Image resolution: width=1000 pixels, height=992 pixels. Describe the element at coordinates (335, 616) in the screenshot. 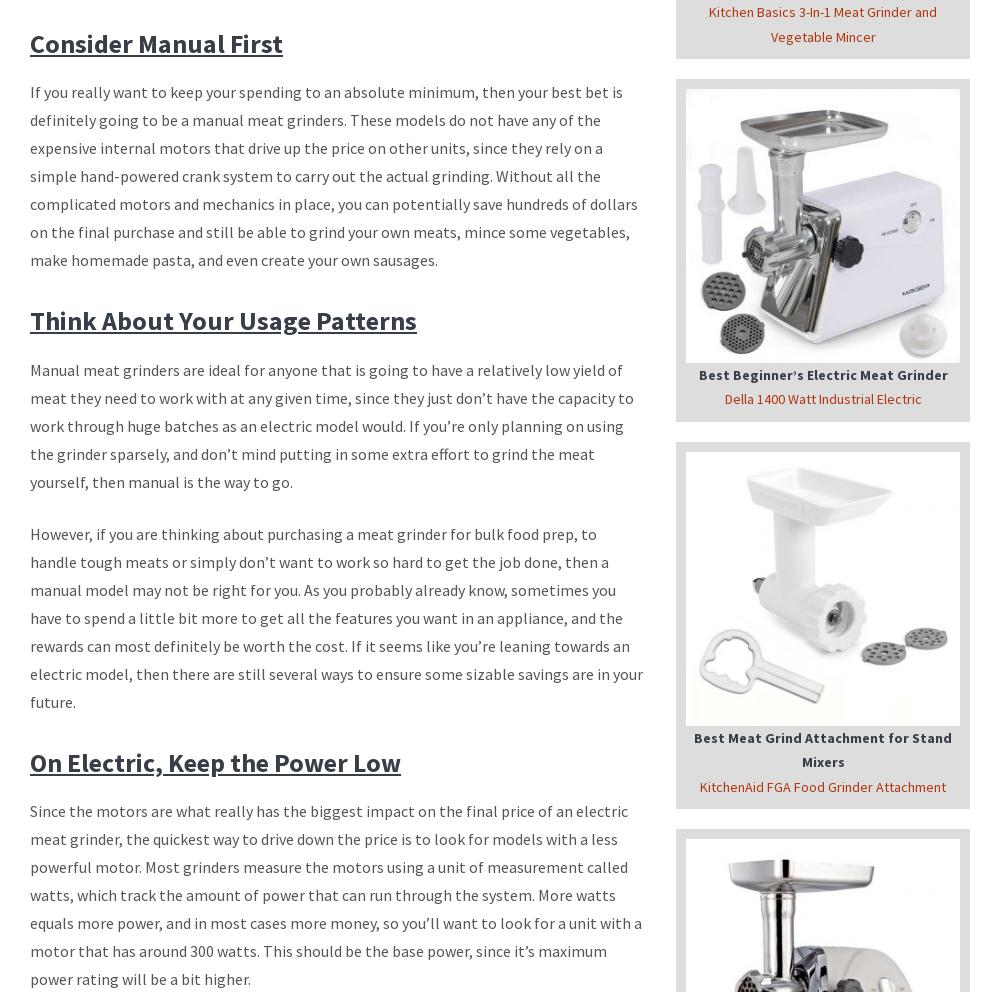

I see `'However, if you are thinking about purchasing a meat grinder for bulk food prep, to handle tough meats or simply don’t want to work so hard to get the job done, then a manual model may not be right for you. As you probably already know, sometimes you have to spend a little bit more to get all the features you want in an appliance, and the rewards can most definitely be worth the cost. If it seems like you’re leaning towards an electric model, then there are still several ways to ensure some sizable savings are in your future.'` at that location.